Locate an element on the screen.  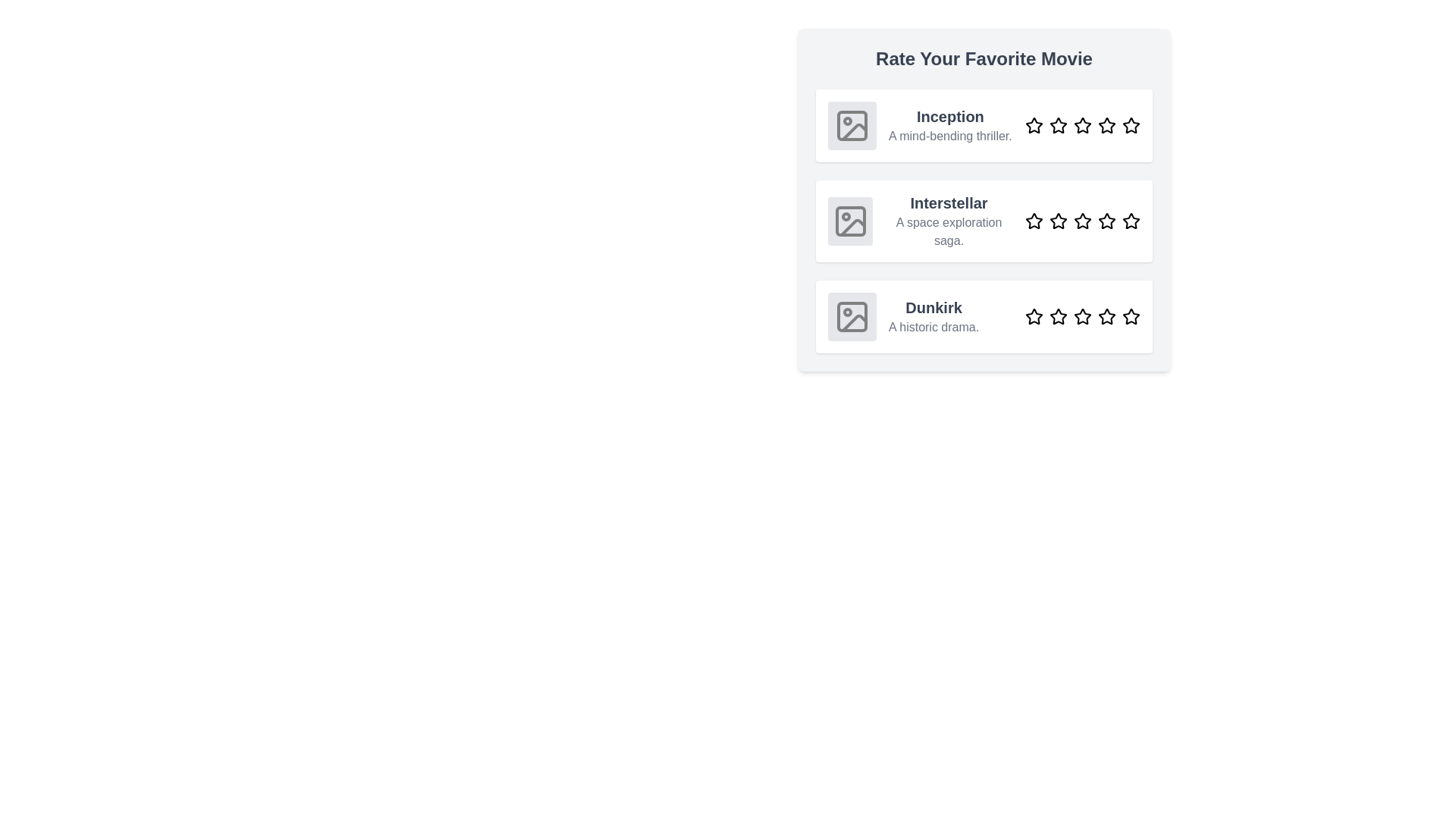
the star rating component for the movie 'Interstellar' is located at coordinates (1082, 221).